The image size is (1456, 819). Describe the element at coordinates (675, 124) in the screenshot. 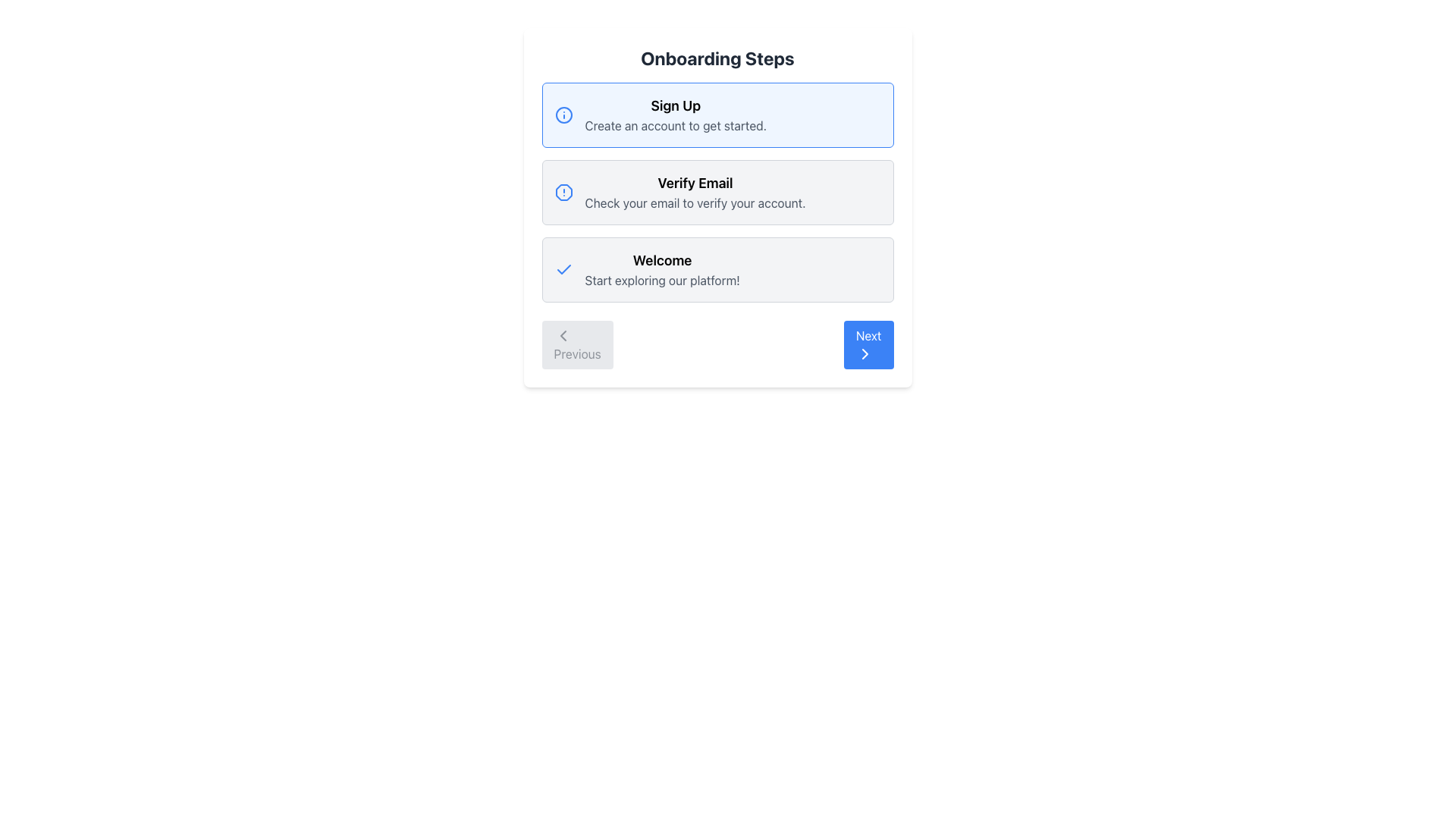

I see `the static text reading 'Create an account to get started.' which is styled in gray and positioned below the bold text 'Sign Up' in the 'Onboarding Steps' widget` at that location.